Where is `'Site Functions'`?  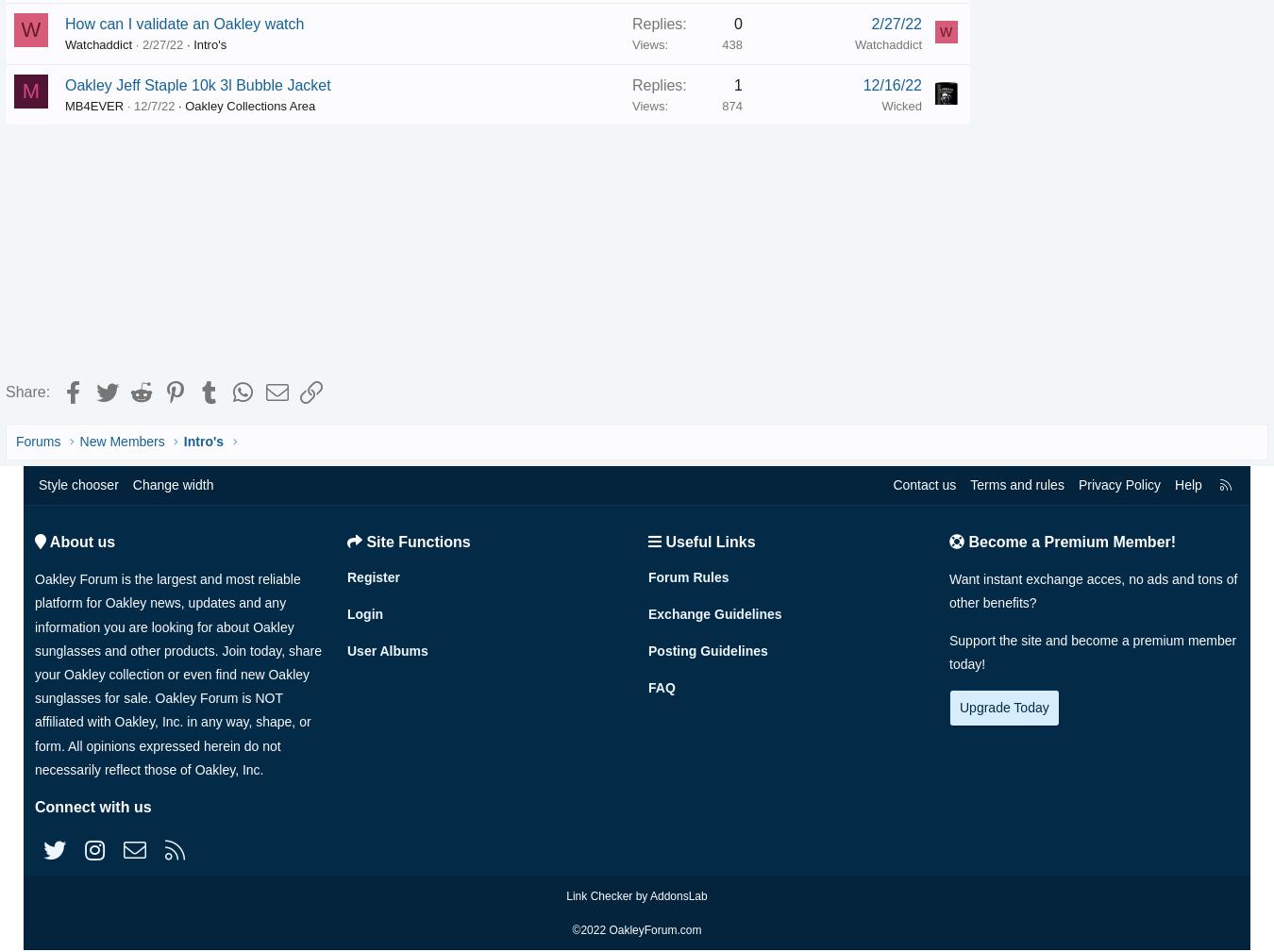 'Site Functions' is located at coordinates (416, 545).